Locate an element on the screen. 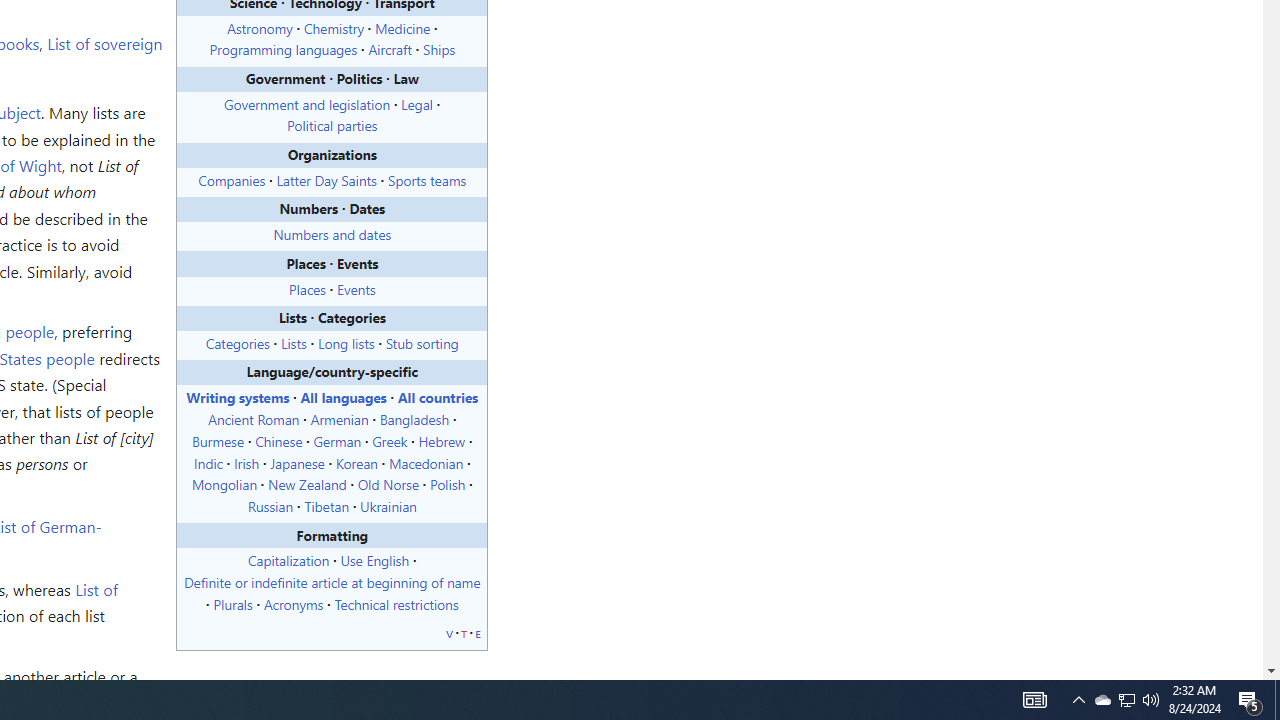  'Indic' is located at coordinates (208, 462).